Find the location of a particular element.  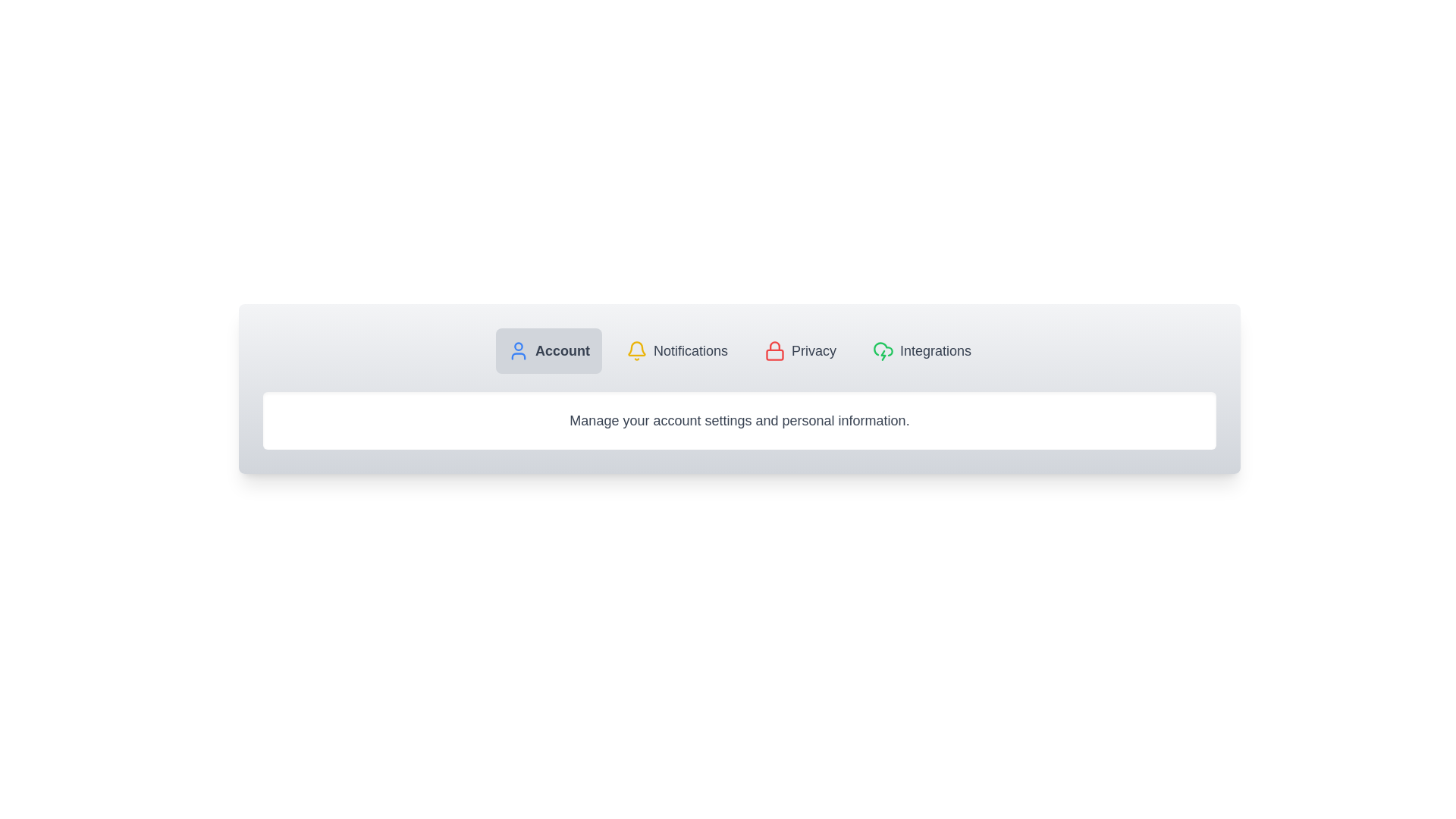

the notifications button, which is the second button in a horizontal array is located at coordinates (676, 350).